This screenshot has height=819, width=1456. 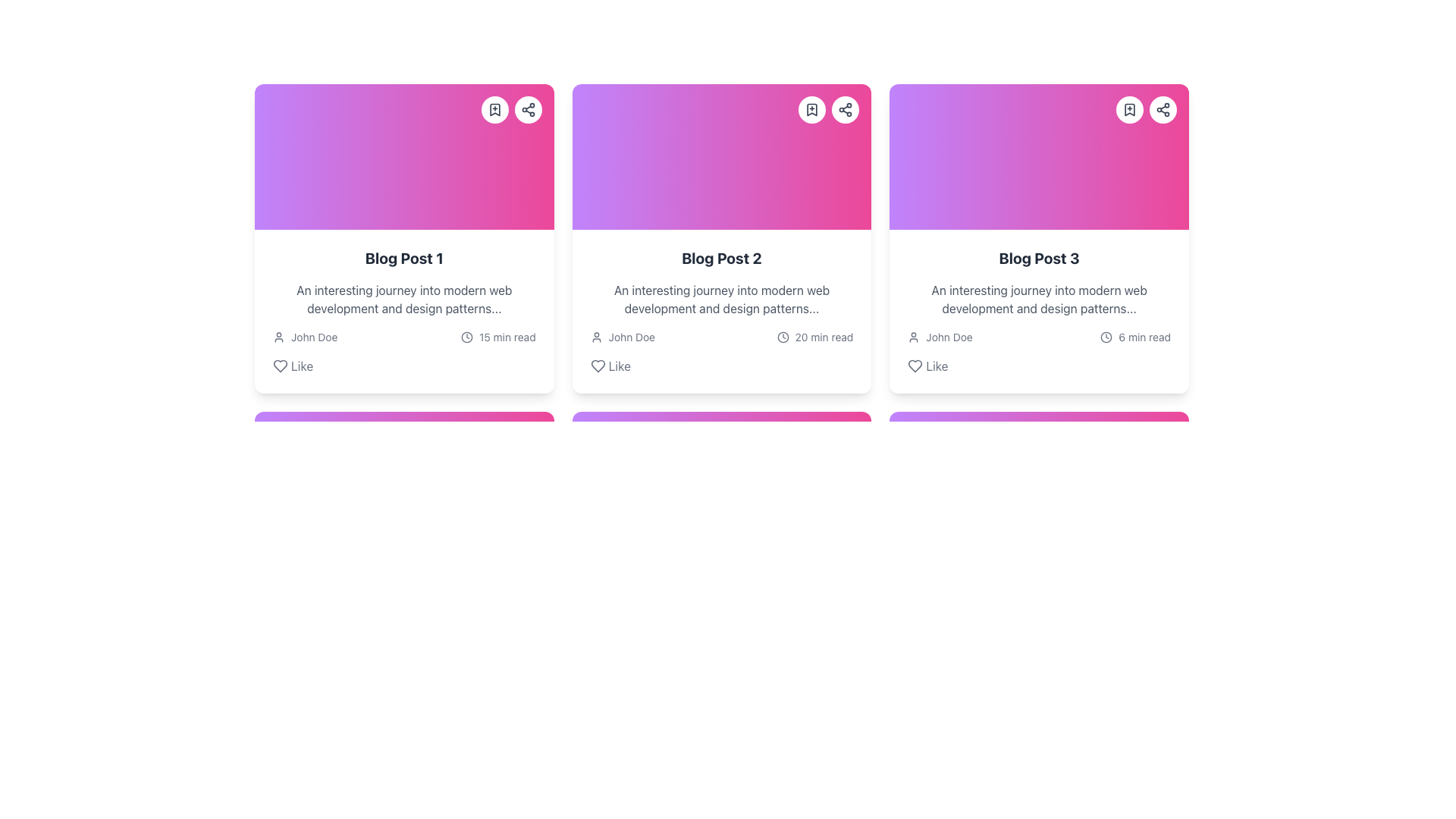 What do you see at coordinates (404, 157) in the screenshot?
I see `the decorative banner at the top of the first blog post card, which features a gradient background from purple to pink and is located above the title 'Blog Post 1'` at bounding box center [404, 157].